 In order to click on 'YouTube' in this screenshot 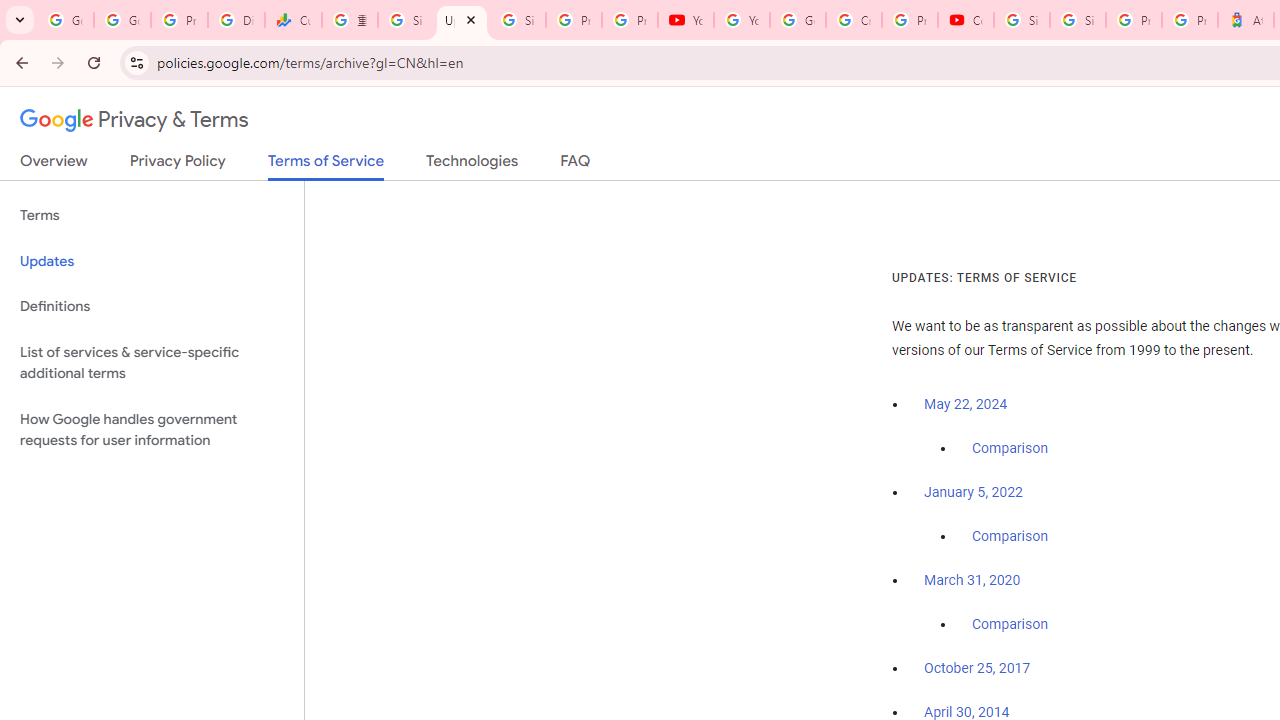, I will do `click(741, 20)`.